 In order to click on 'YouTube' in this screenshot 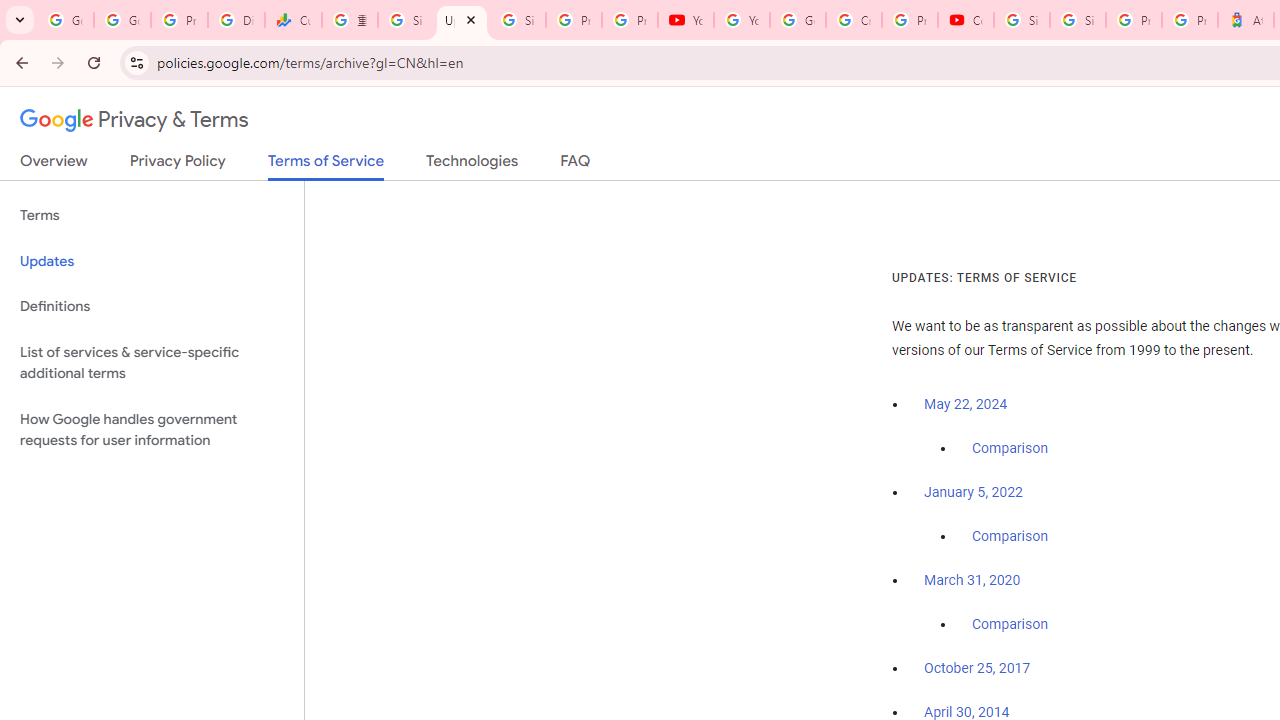, I will do `click(741, 20)`.